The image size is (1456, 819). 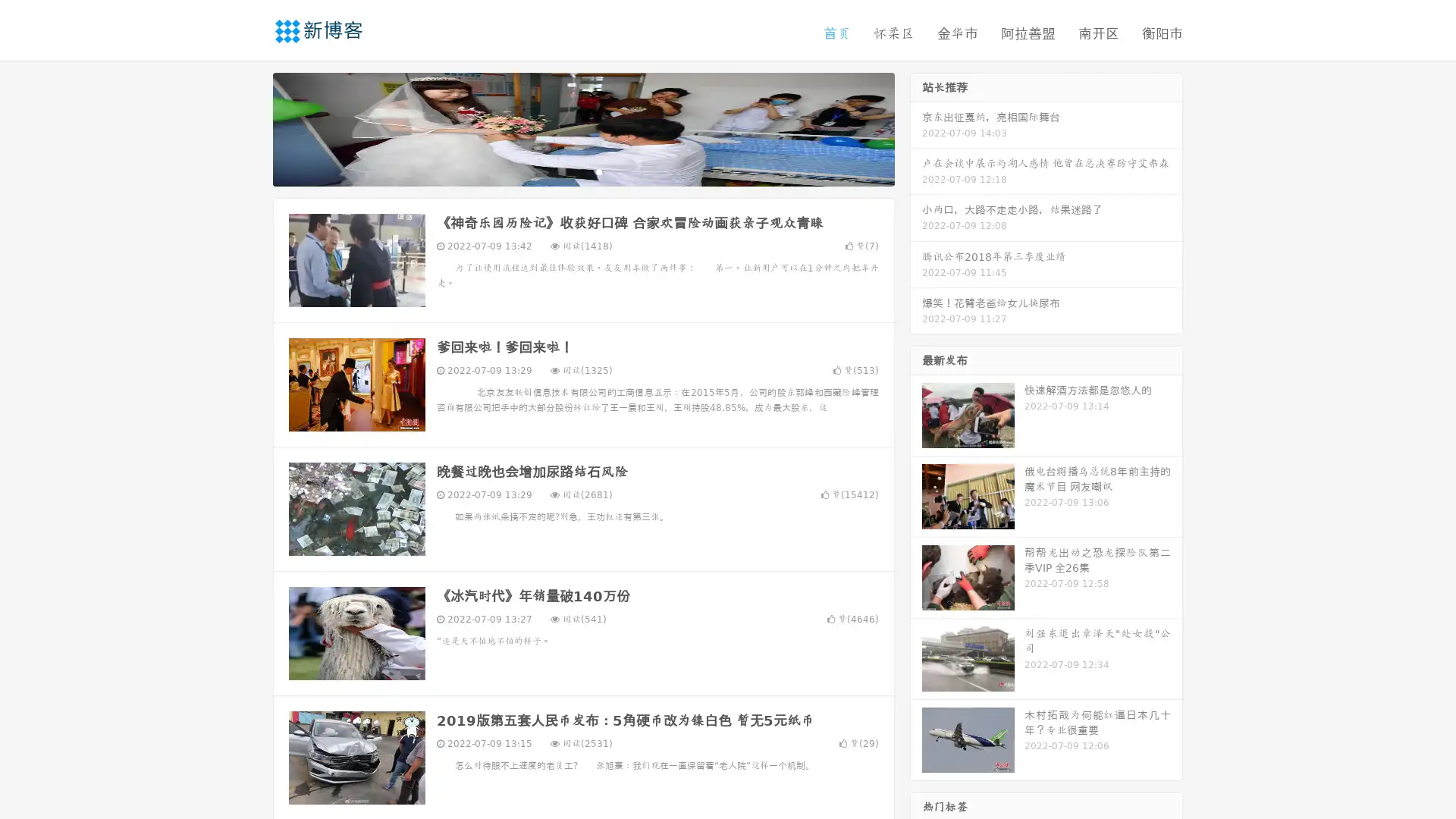 I want to click on Previous slide, so click(x=250, y=127).